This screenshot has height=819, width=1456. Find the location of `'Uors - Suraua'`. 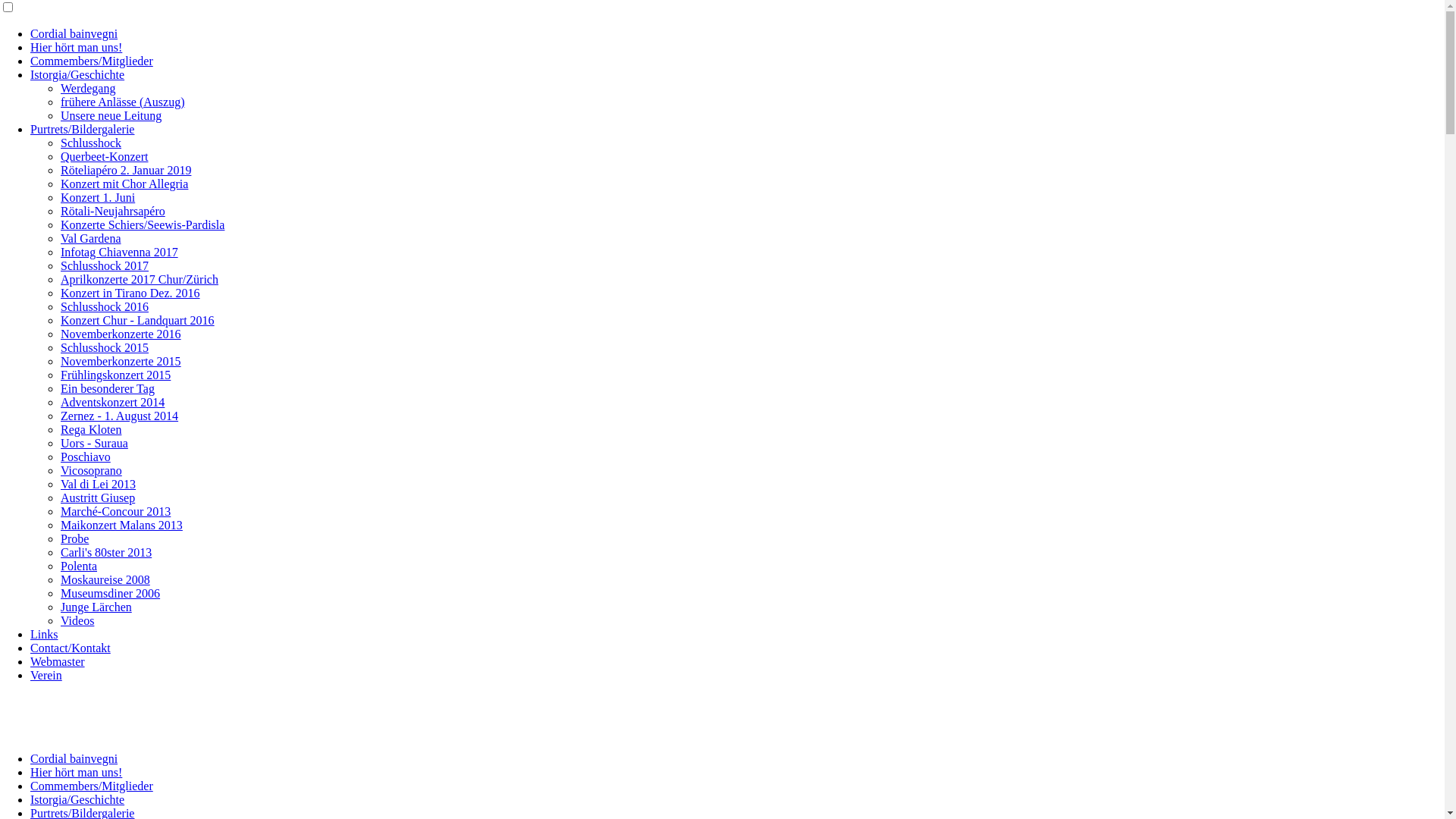

'Uors - Suraua' is located at coordinates (93, 443).